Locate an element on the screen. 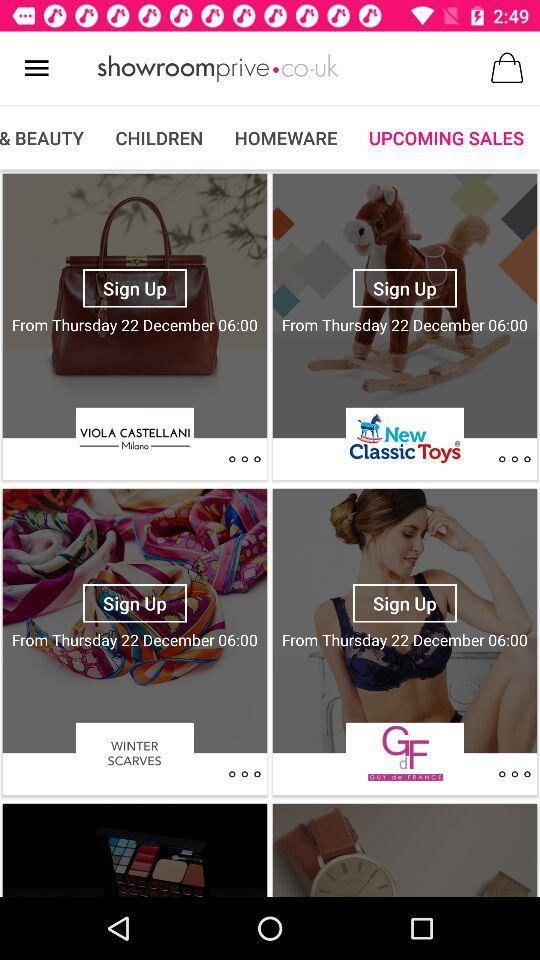  the dots option to the right of new classic toys text is located at coordinates (514, 459).